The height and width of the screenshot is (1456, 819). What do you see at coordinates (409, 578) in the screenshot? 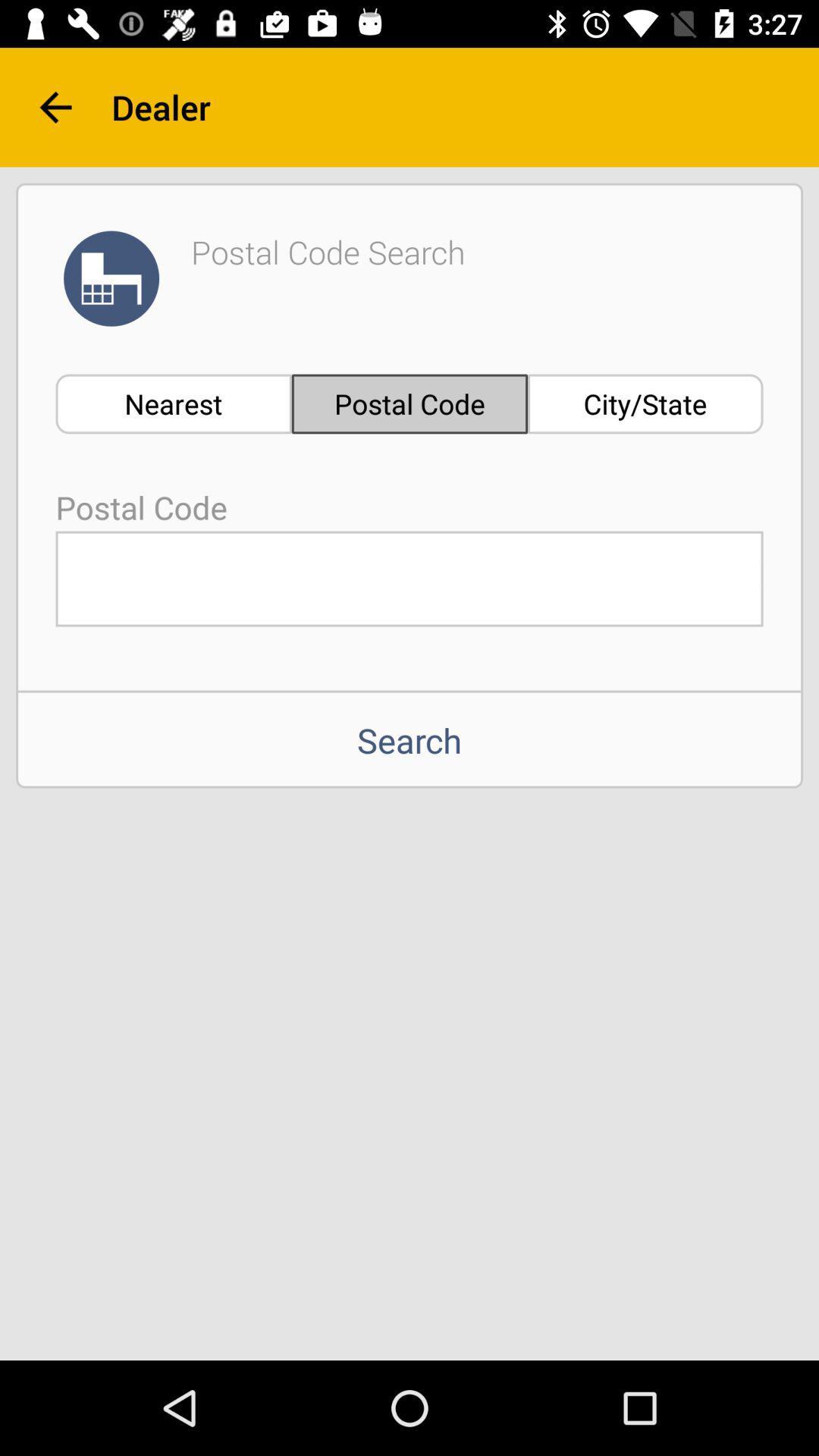
I see `field` at bounding box center [409, 578].